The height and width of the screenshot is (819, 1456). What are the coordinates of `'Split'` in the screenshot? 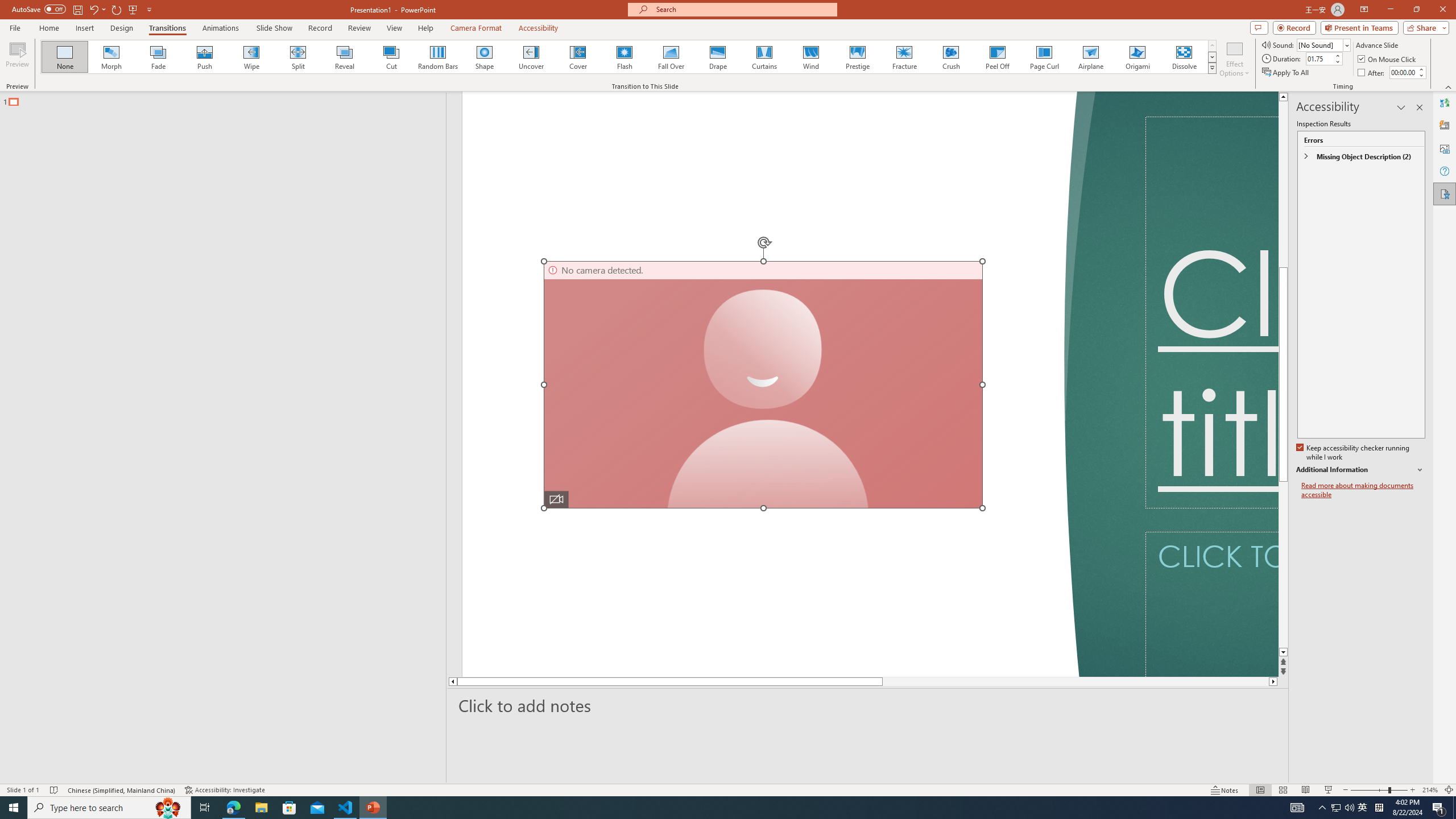 It's located at (297, 56).